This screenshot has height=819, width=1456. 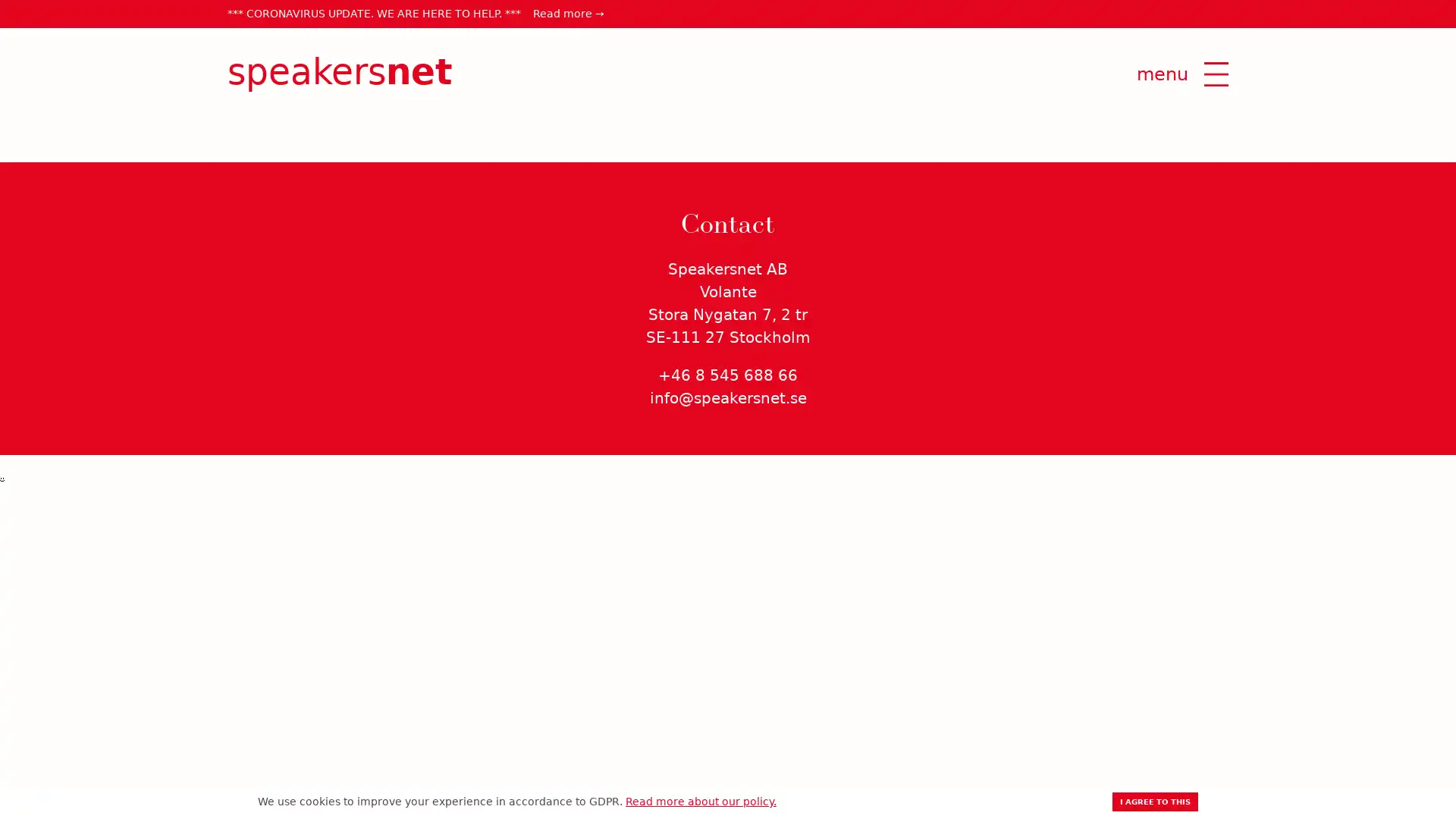 I want to click on I AGREE TO THIS, so click(x=1154, y=801).